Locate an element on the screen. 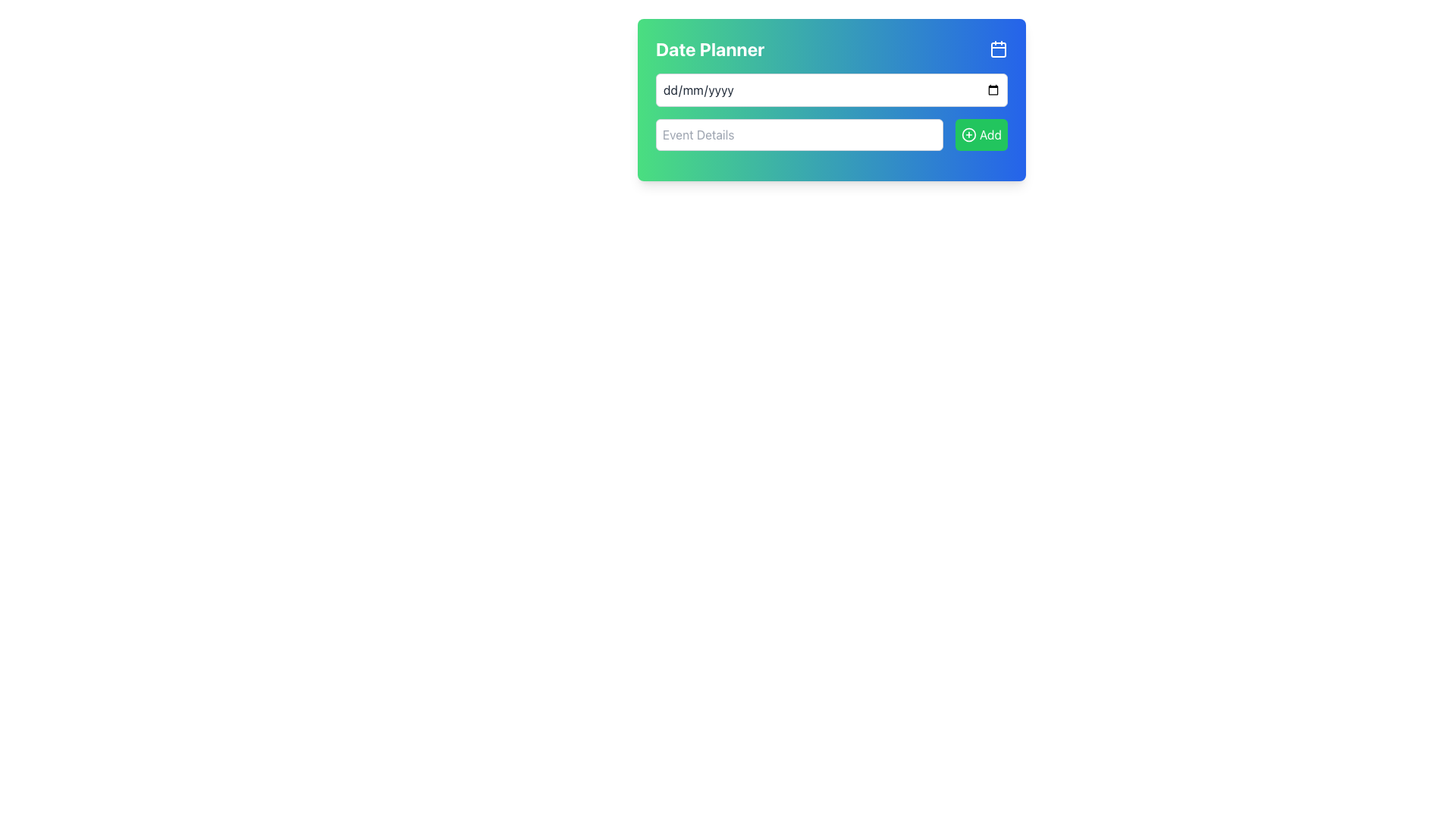  the date input field within the 'Date Planner' is located at coordinates (831, 90).